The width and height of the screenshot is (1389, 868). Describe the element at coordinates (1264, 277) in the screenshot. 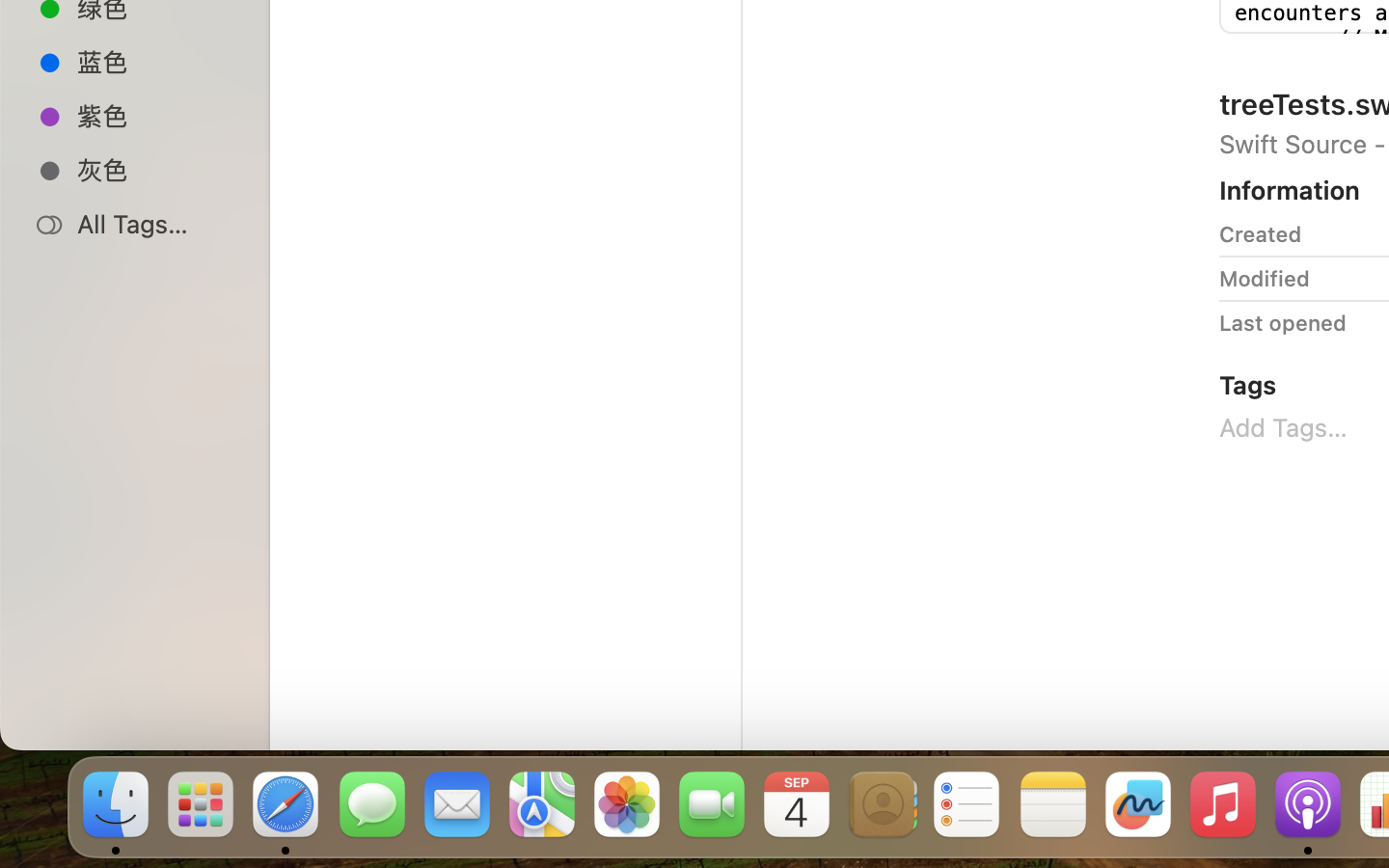

I see `'Modified'` at that location.